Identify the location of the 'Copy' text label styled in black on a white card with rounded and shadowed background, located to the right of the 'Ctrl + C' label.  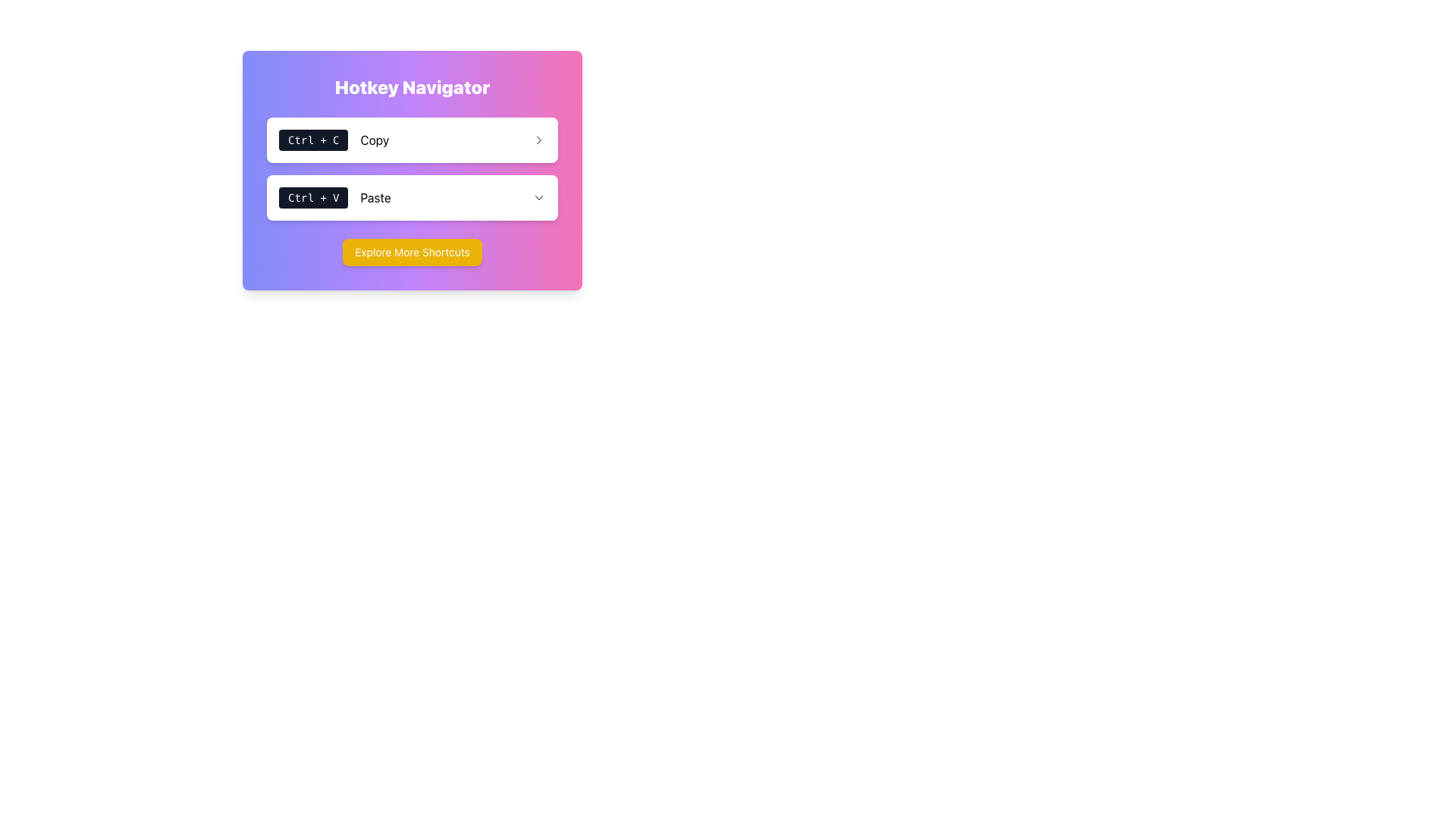
(375, 140).